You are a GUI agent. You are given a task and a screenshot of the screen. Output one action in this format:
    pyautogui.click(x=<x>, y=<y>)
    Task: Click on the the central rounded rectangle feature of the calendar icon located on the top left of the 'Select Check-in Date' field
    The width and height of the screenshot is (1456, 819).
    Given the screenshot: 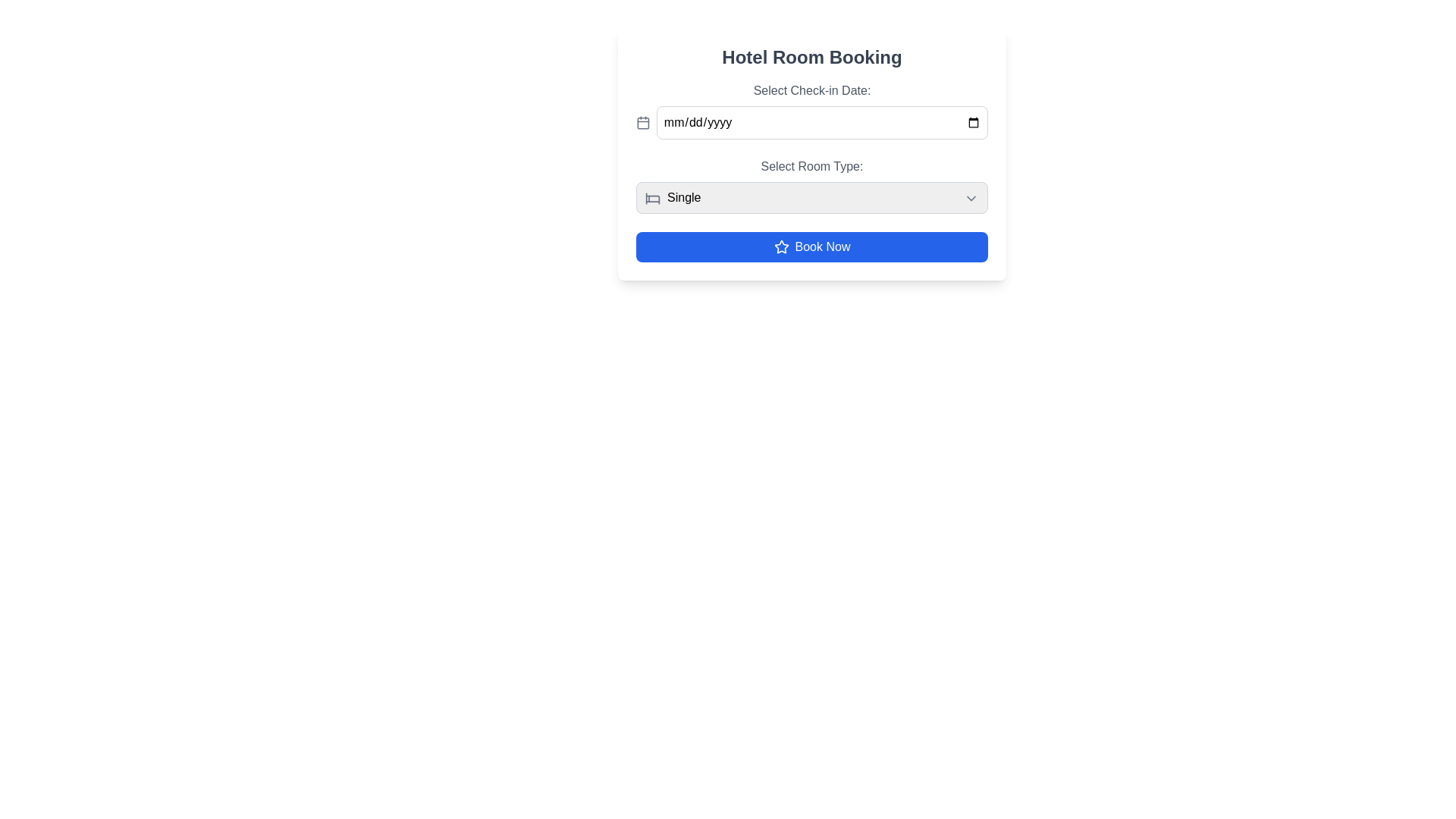 What is the action you would take?
    pyautogui.click(x=643, y=122)
    